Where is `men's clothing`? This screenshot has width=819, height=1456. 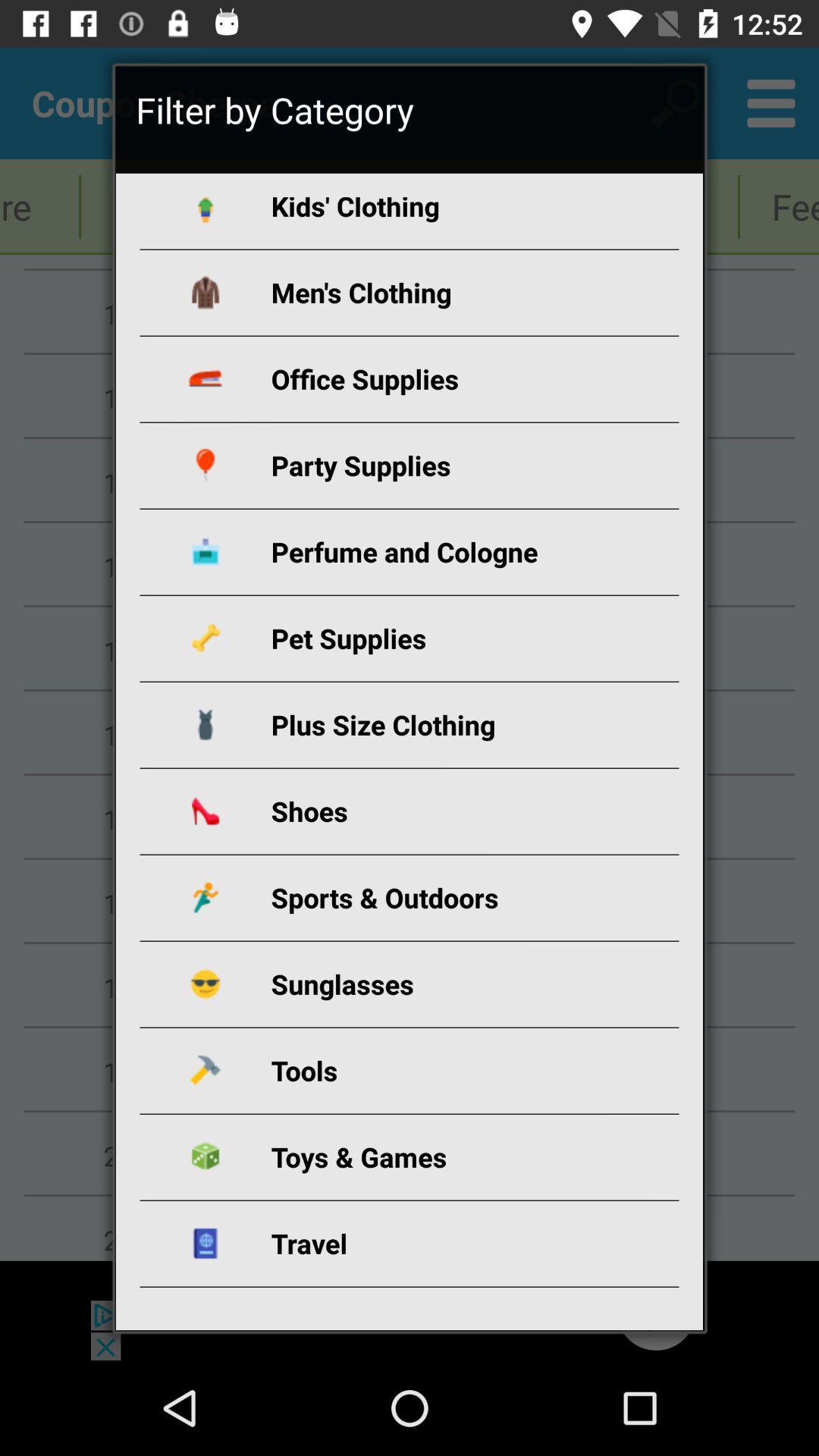 men's clothing is located at coordinates (427, 292).